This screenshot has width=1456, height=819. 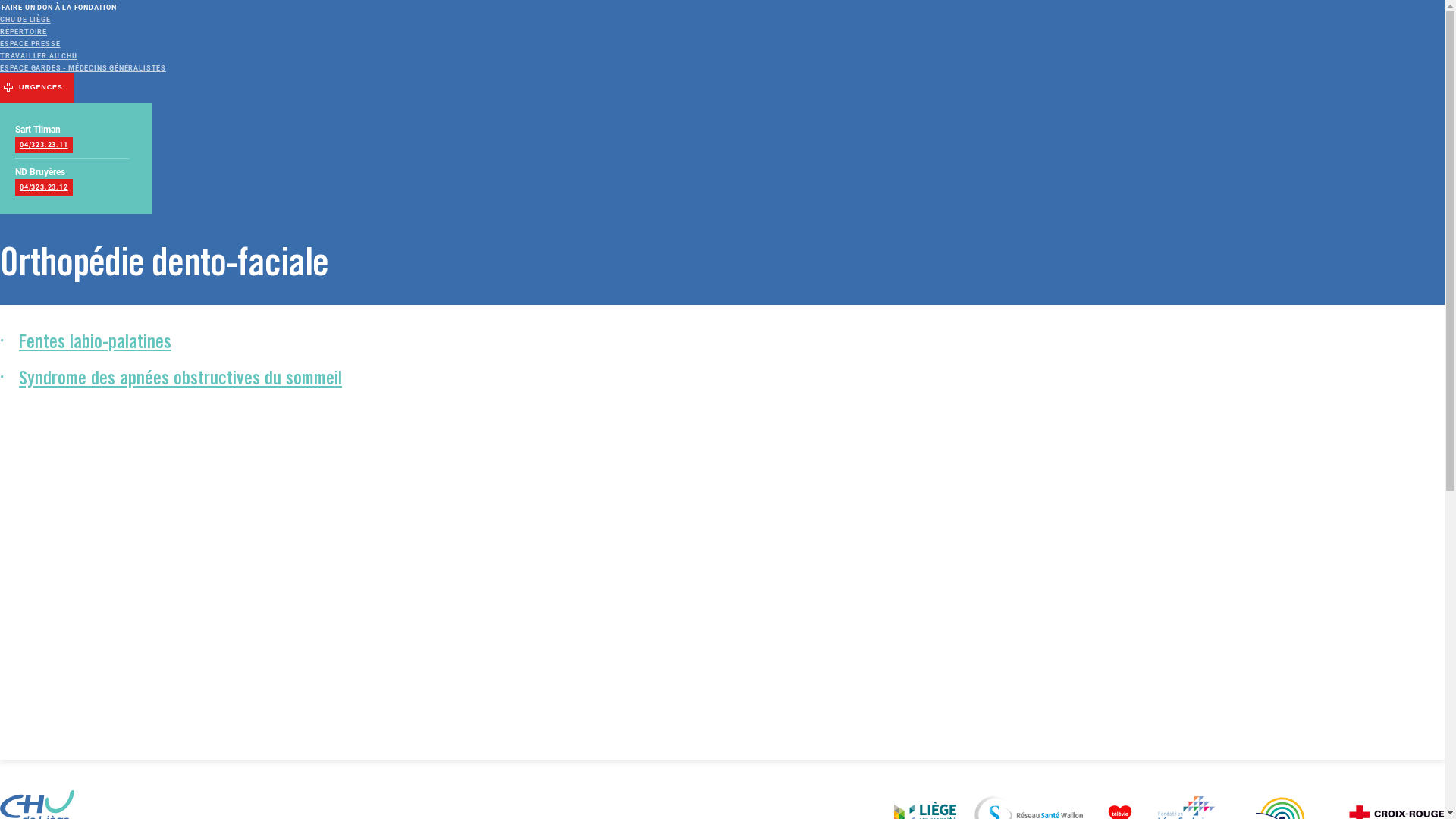 What do you see at coordinates (14, 145) in the screenshot?
I see `'04/323.23.11'` at bounding box center [14, 145].